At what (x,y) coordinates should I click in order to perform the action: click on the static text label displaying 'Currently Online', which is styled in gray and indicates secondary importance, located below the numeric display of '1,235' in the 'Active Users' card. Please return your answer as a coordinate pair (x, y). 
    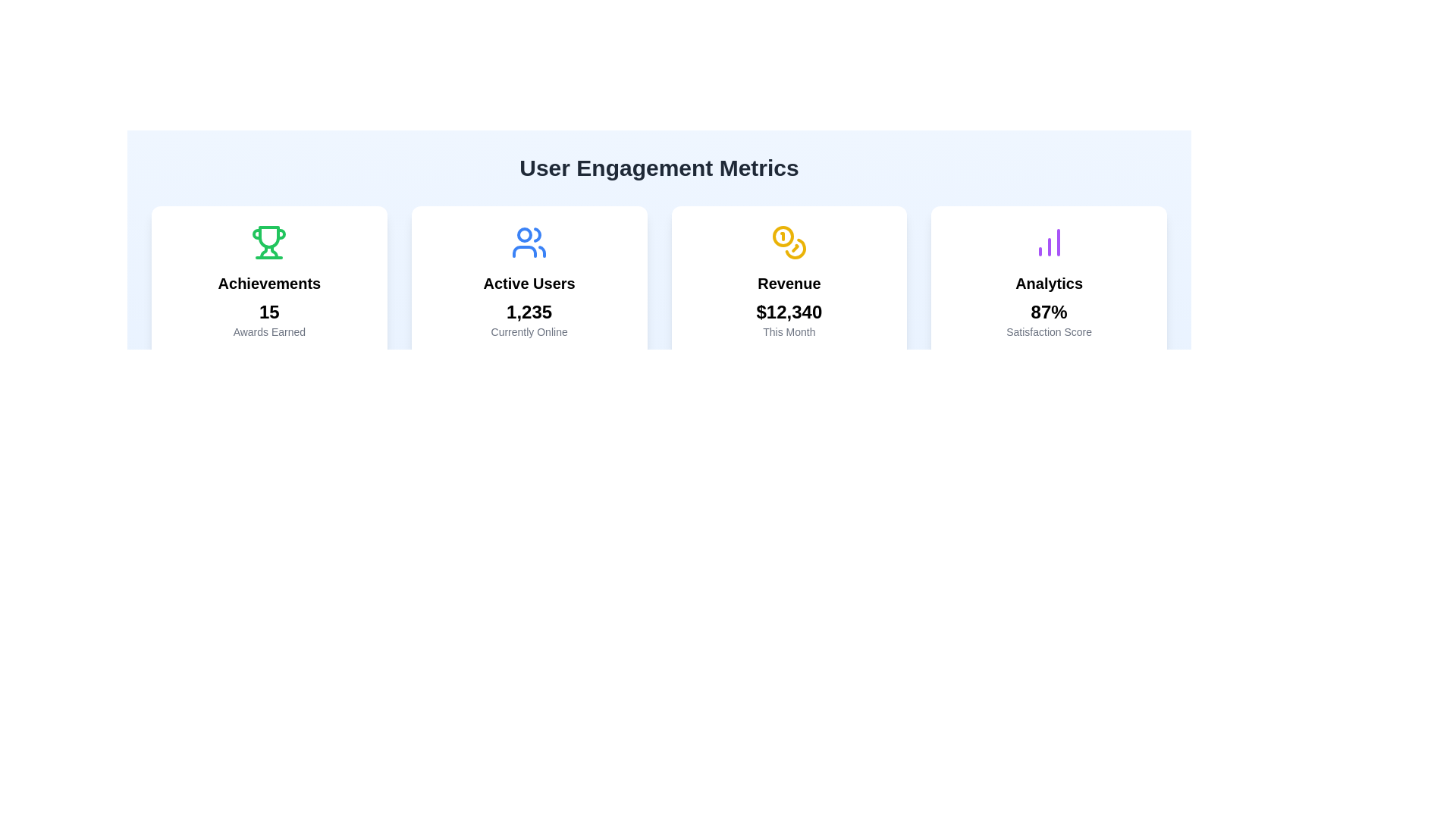
    Looking at the image, I should click on (529, 331).